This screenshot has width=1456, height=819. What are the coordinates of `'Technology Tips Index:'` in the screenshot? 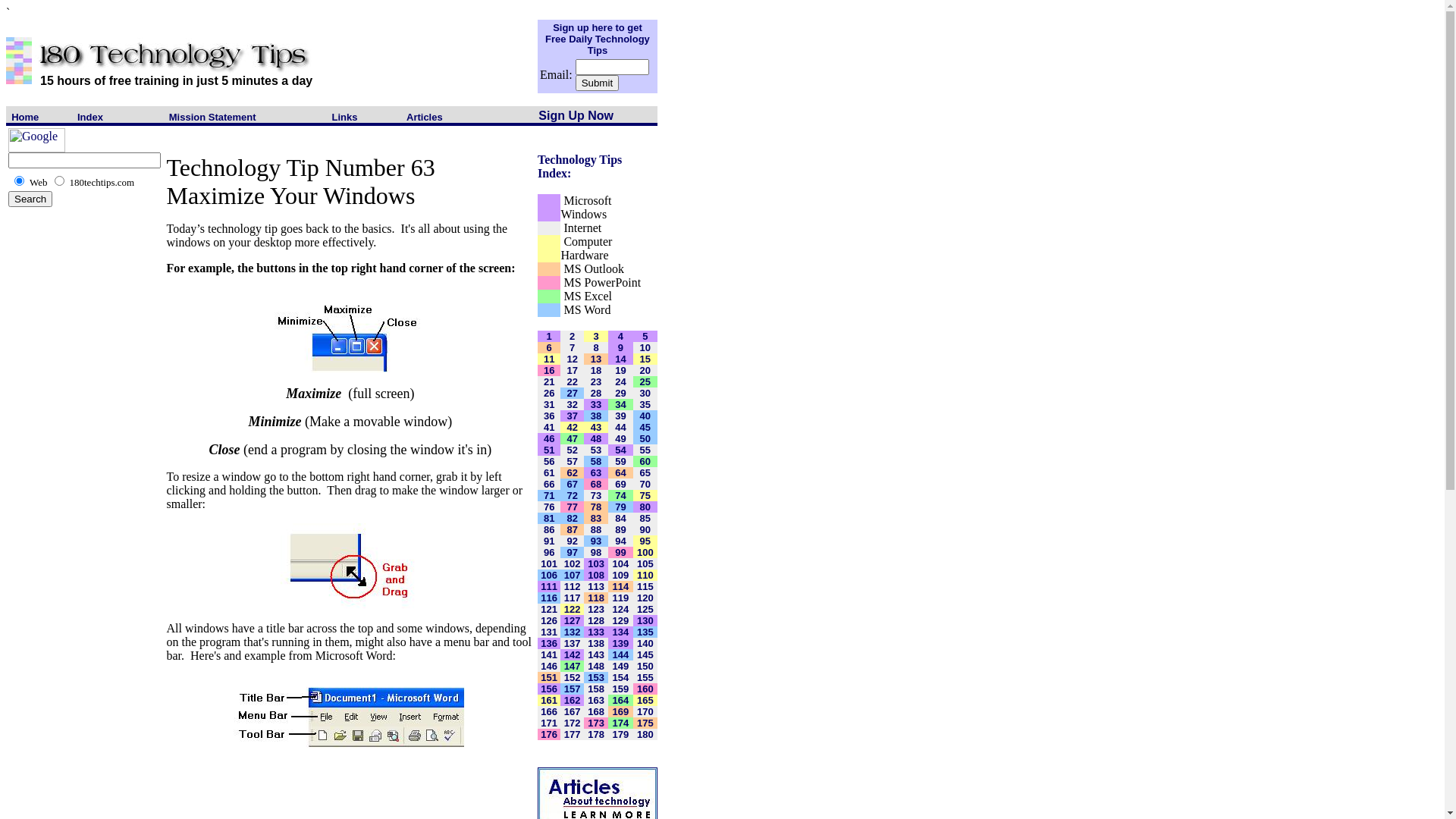 It's located at (579, 166).